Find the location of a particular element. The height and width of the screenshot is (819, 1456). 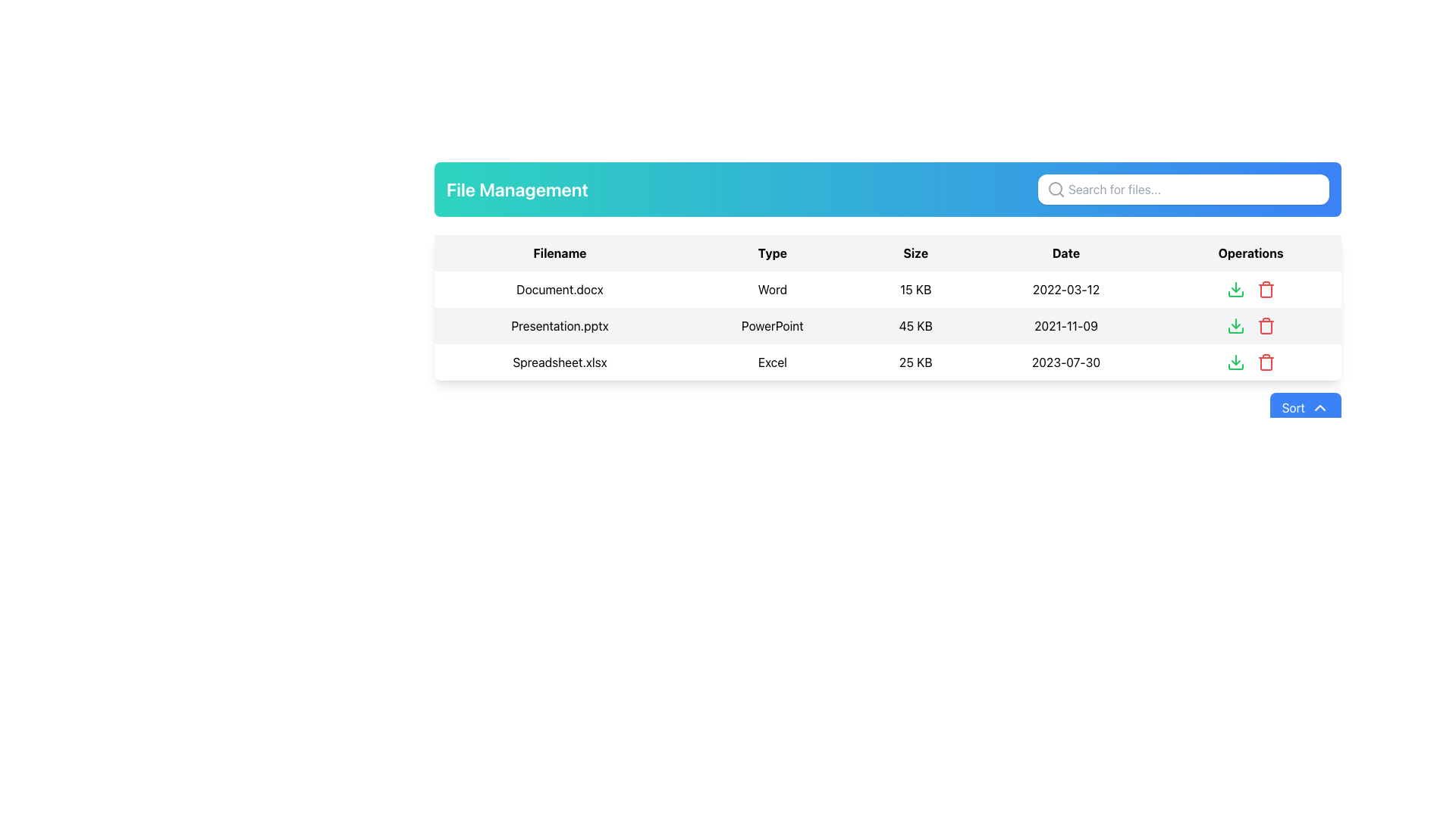

the upward-pointing chevron icon located to the right of the 'Sort' button in the bottom right corner is located at coordinates (1319, 406).